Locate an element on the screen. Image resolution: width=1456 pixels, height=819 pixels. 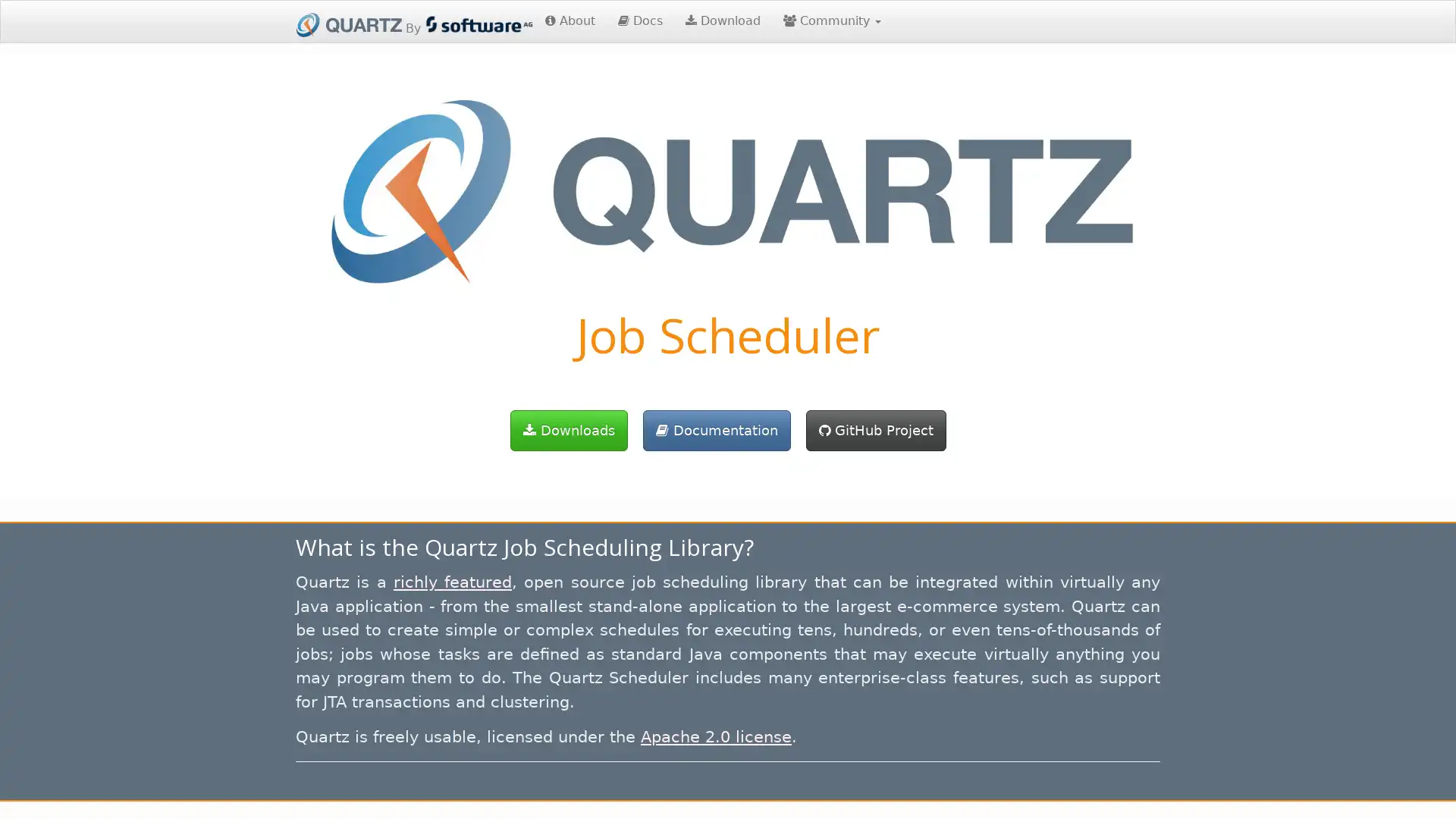
Documentation is located at coordinates (715, 430).